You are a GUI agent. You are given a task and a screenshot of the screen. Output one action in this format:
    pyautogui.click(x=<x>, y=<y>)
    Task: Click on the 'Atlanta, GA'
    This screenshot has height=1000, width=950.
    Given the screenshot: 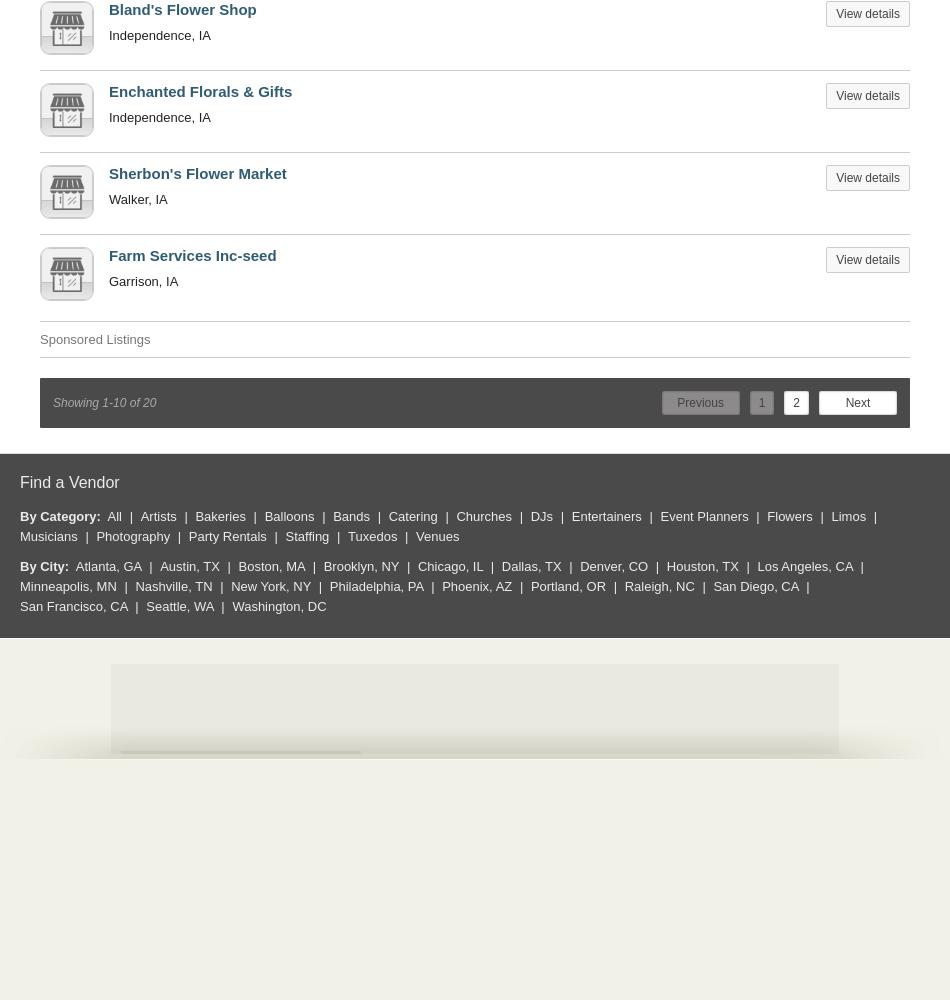 What is the action you would take?
    pyautogui.click(x=108, y=564)
    